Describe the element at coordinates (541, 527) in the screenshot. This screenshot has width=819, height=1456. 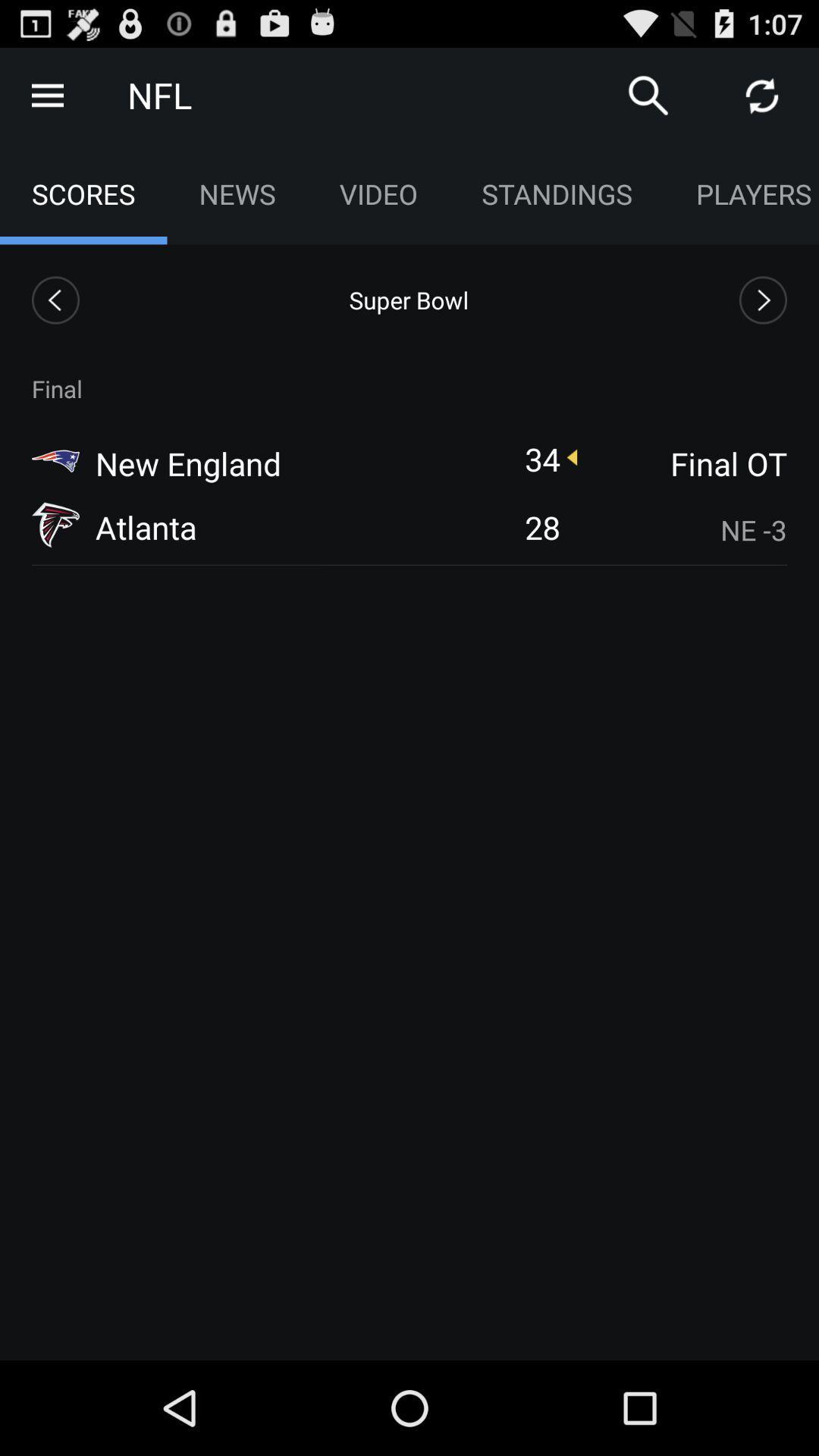
I see `the item below 34 app` at that location.